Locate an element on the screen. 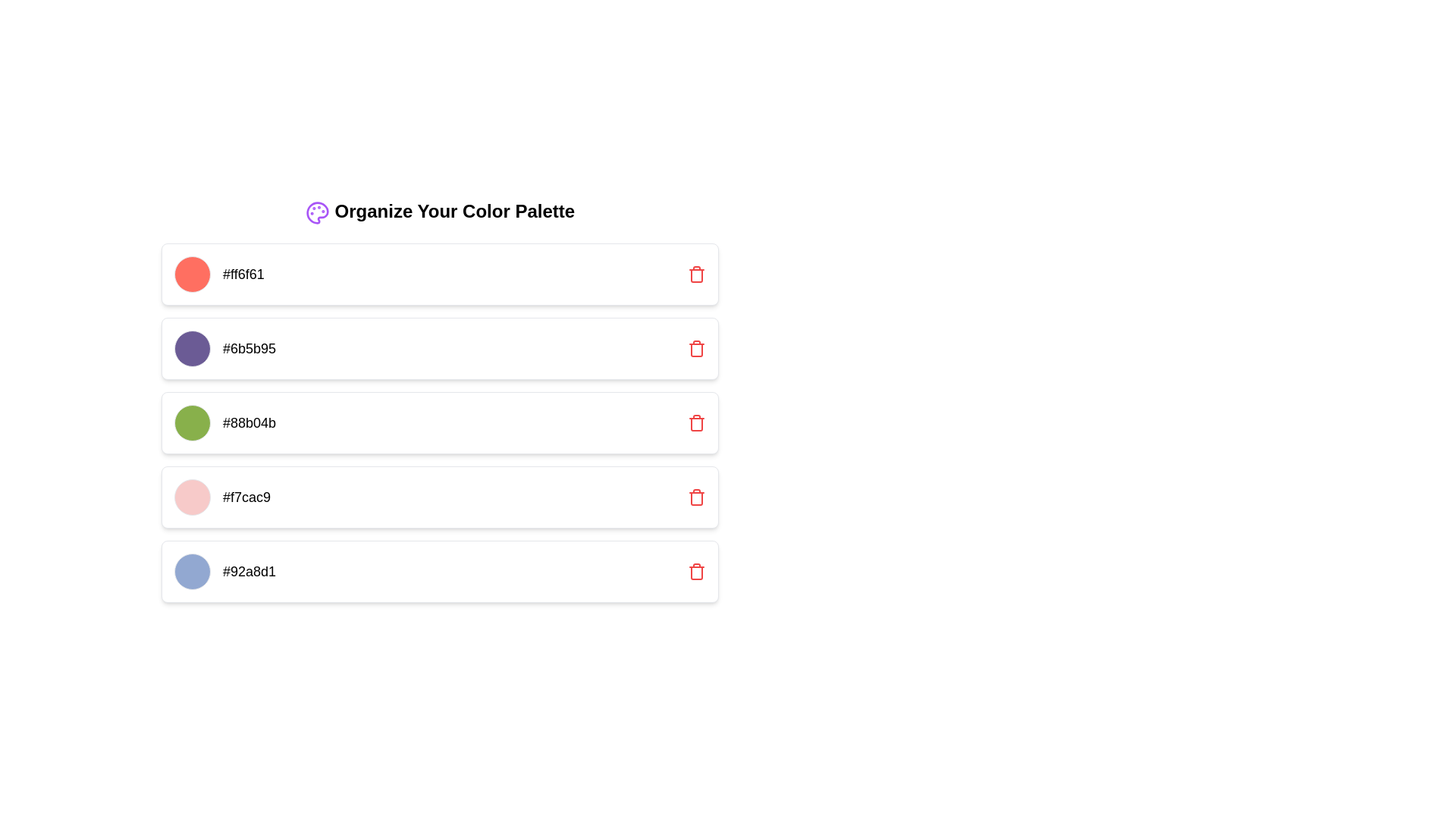 This screenshot has height=819, width=1456. the second card in the vertical list under 'Organize Your Color Palette' that displays the color '#6b5b95' for additional options is located at coordinates (439, 348).